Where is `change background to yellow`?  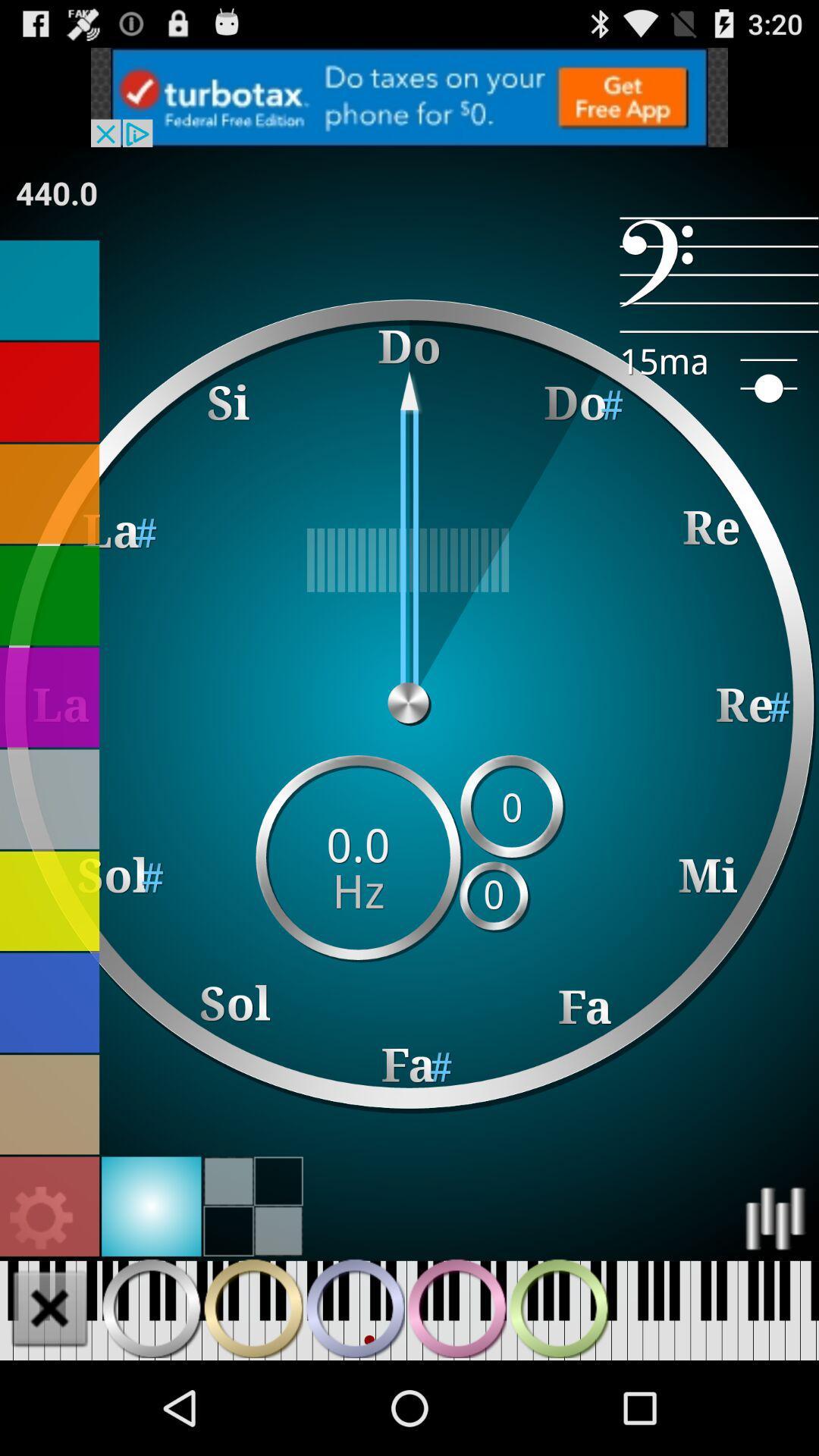
change background to yellow is located at coordinates (49, 901).